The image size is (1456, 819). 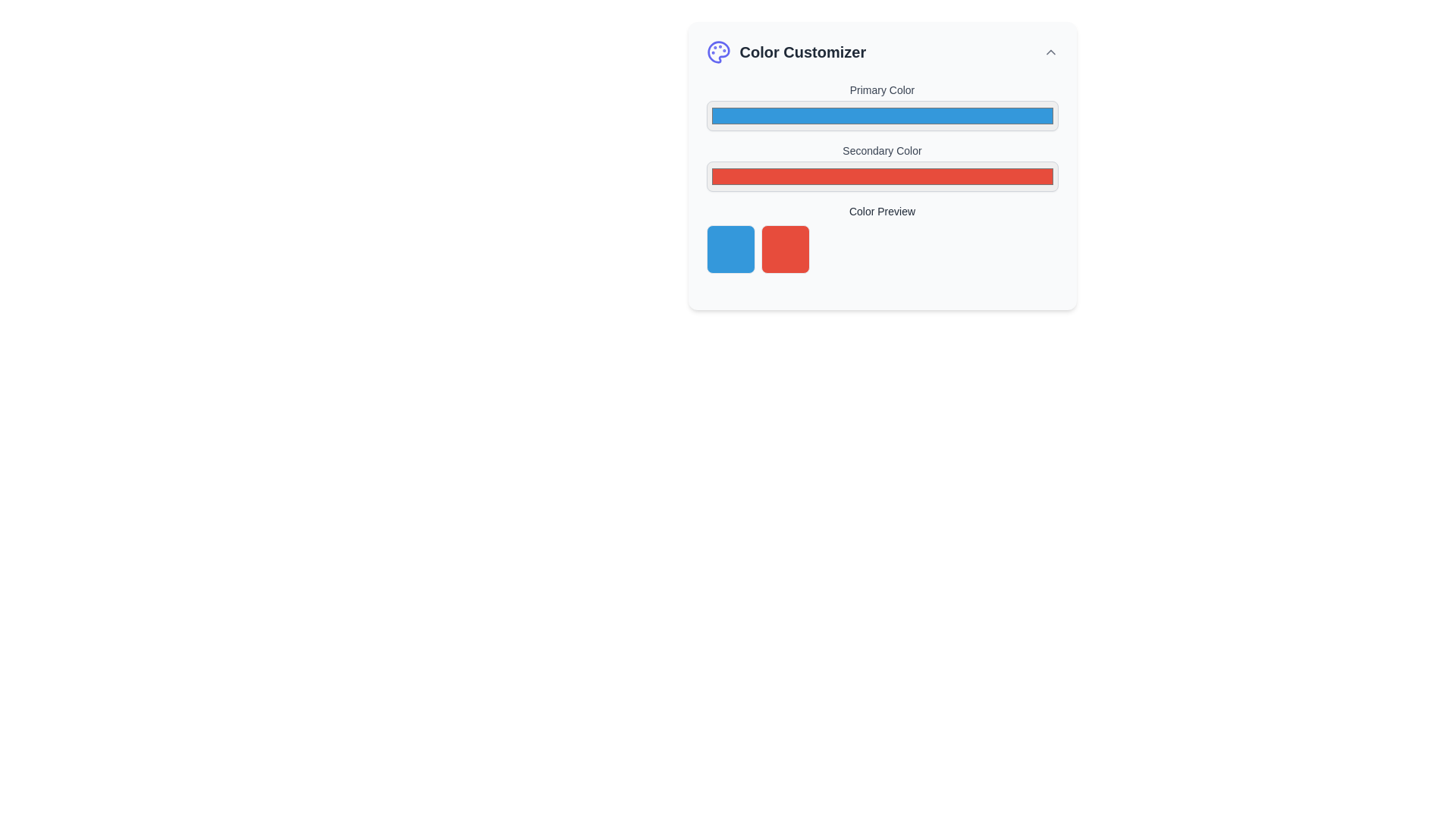 What do you see at coordinates (1050, 52) in the screenshot?
I see `the interactive upward arrow icon at the top-right corner of the 'Color Customizer' section header` at bounding box center [1050, 52].